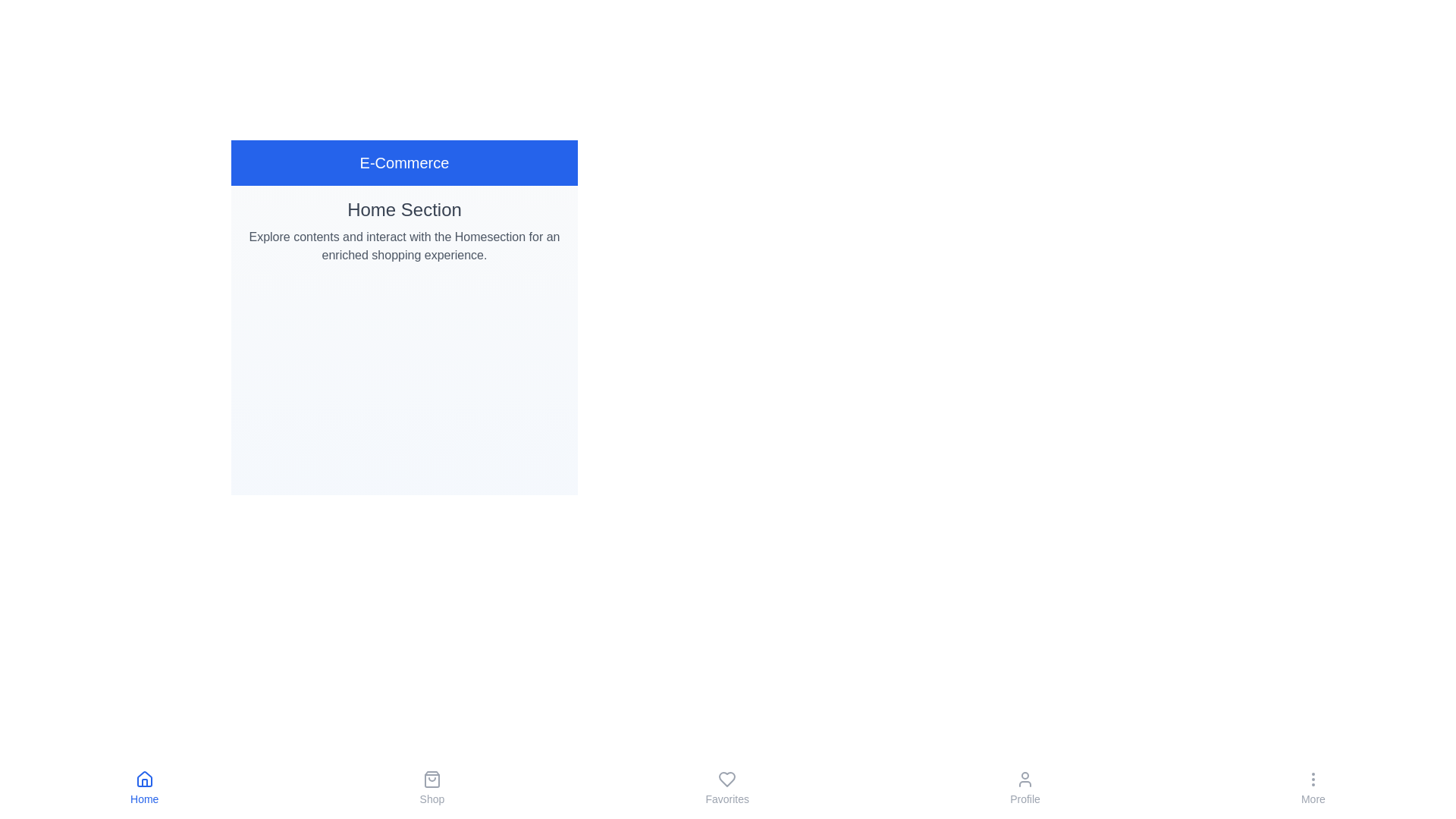 The height and width of the screenshot is (819, 1456). What do you see at coordinates (431, 788) in the screenshot?
I see `the Shop button in the bottom navigation bar to navigate to the corresponding tab` at bounding box center [431, 788].